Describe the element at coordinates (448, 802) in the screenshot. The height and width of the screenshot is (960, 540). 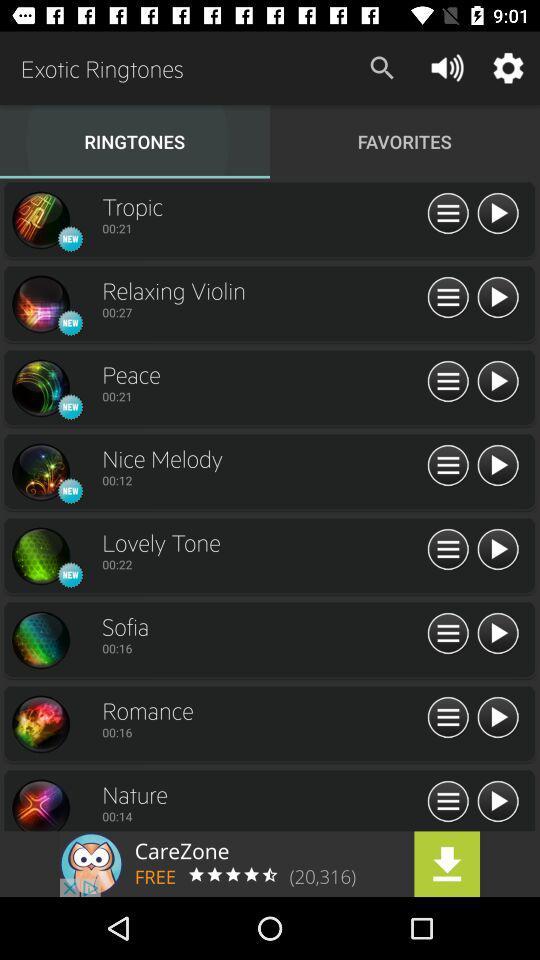
I see `more appsation` at that location.